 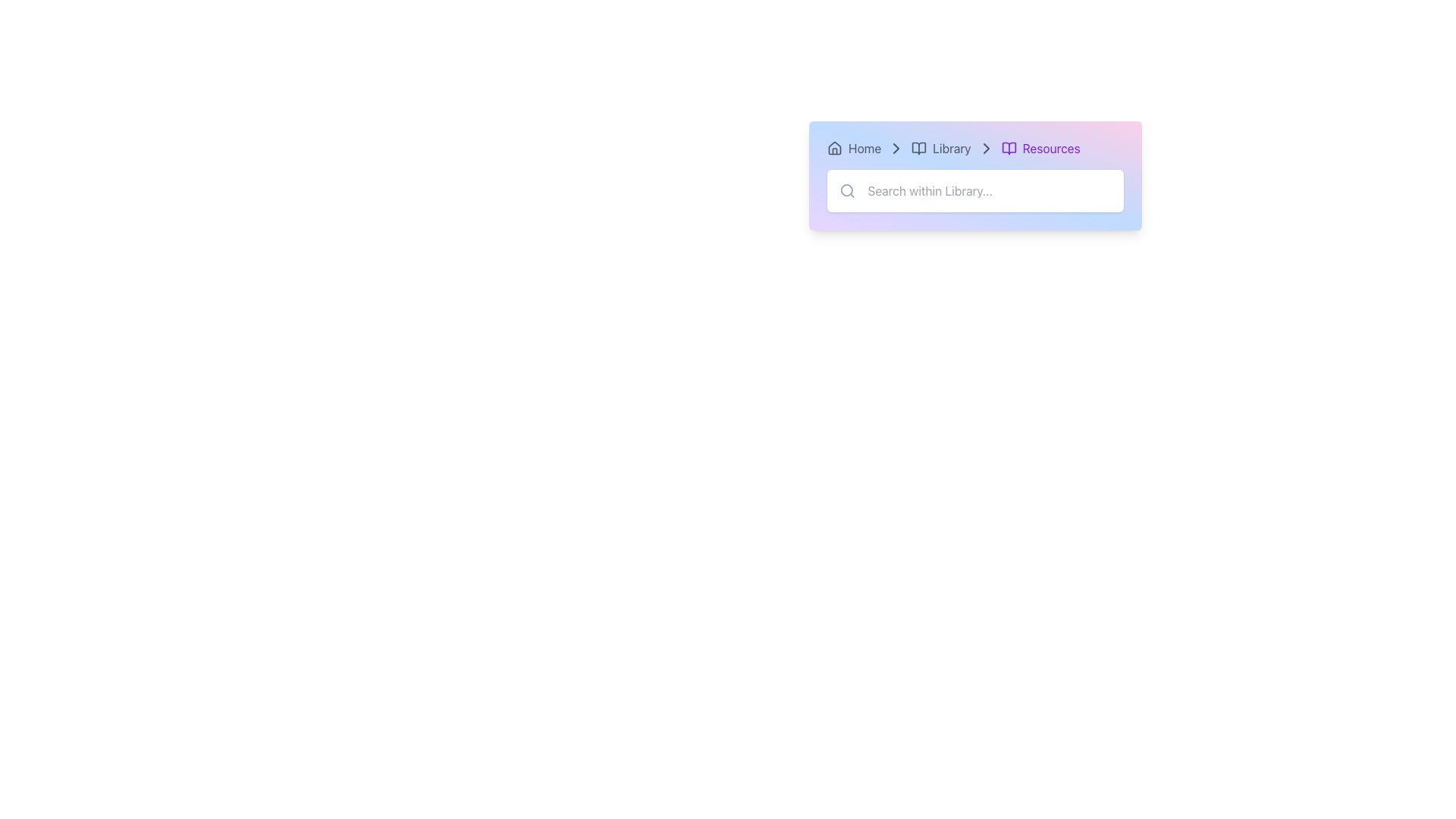 What do you see at coordinates (940, 149) in the screenshot?
I see `the 'Library' text label with an open book icon` at bounding box center [940, 149].